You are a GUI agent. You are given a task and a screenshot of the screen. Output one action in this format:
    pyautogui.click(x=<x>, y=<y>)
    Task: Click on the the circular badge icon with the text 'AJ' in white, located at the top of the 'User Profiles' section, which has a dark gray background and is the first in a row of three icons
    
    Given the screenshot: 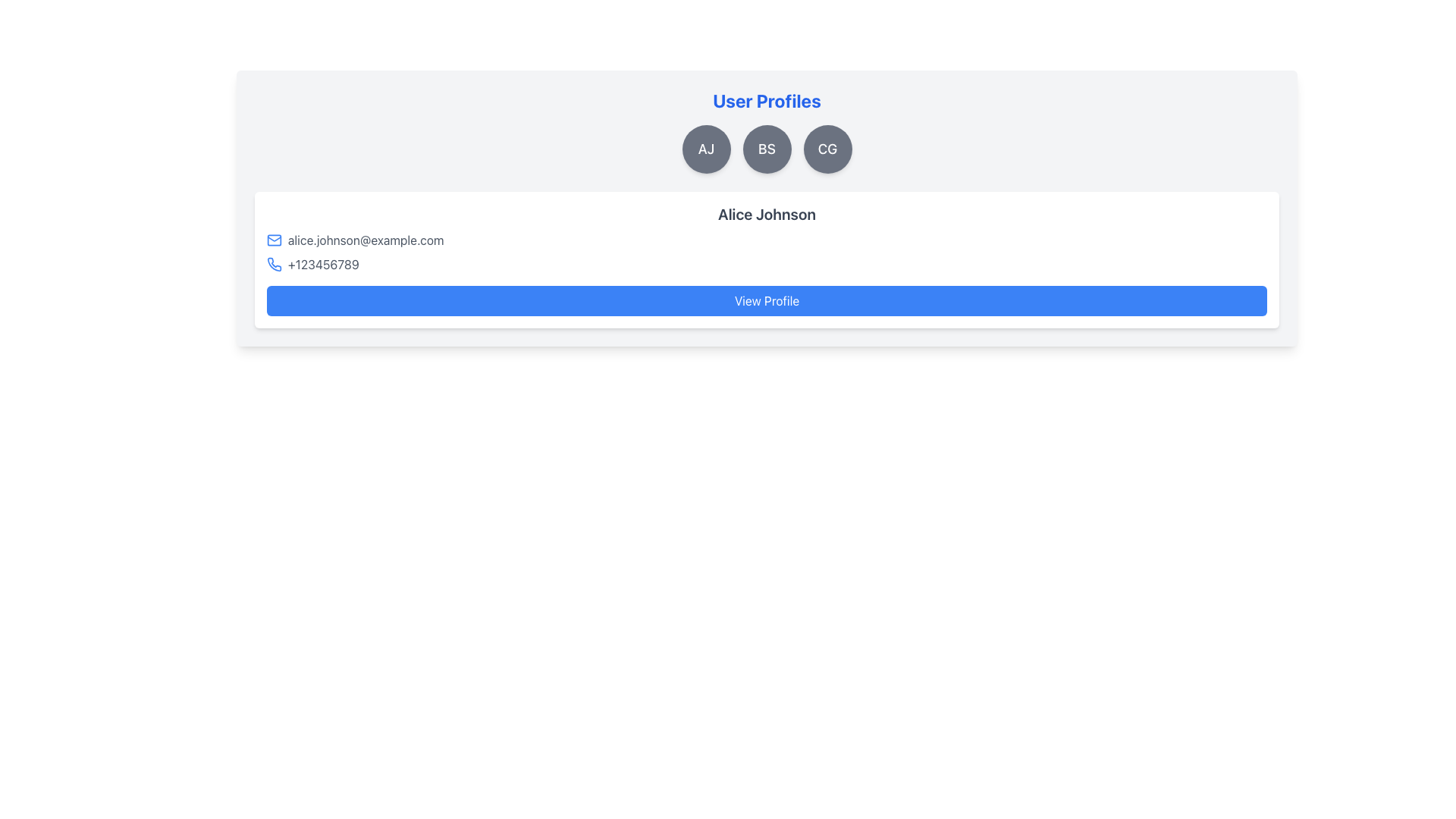 What is the action you would take?
    pyautogui.click(x=705, y=149)
    